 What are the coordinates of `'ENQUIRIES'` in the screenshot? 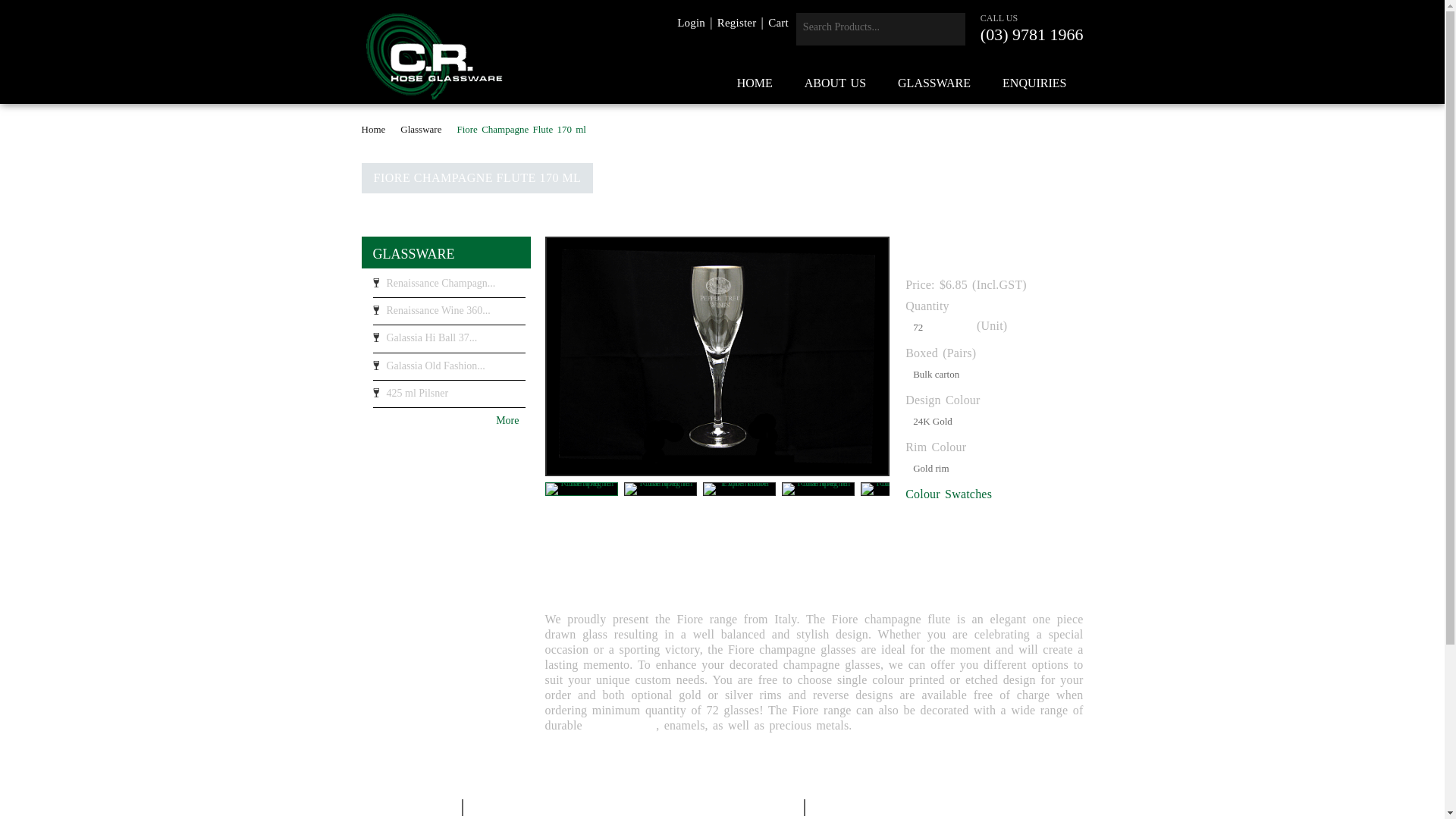 It's located at (987, 83).